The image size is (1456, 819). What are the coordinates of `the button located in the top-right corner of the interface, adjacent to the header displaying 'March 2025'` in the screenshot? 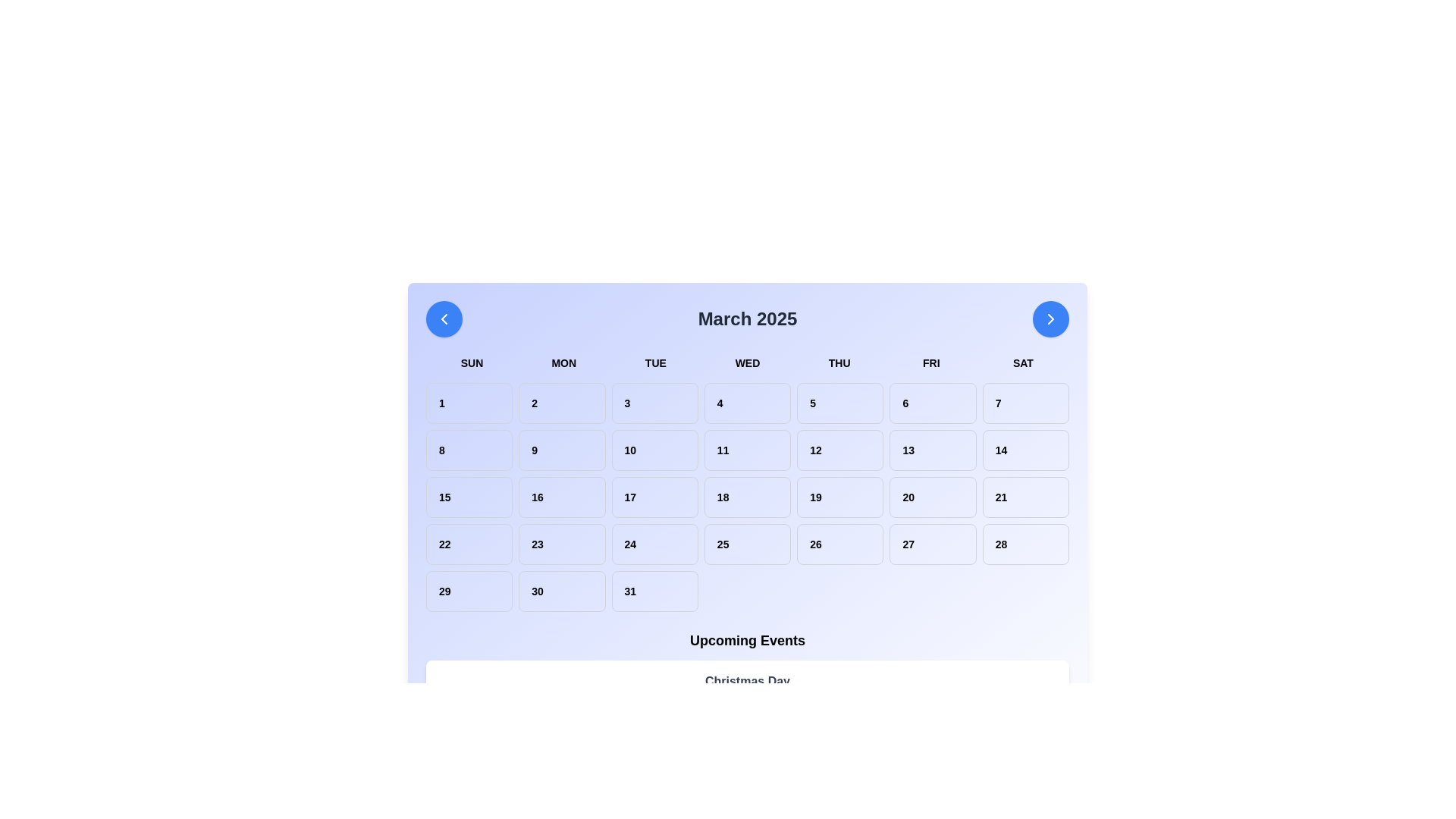 It's located at (1050, 318).